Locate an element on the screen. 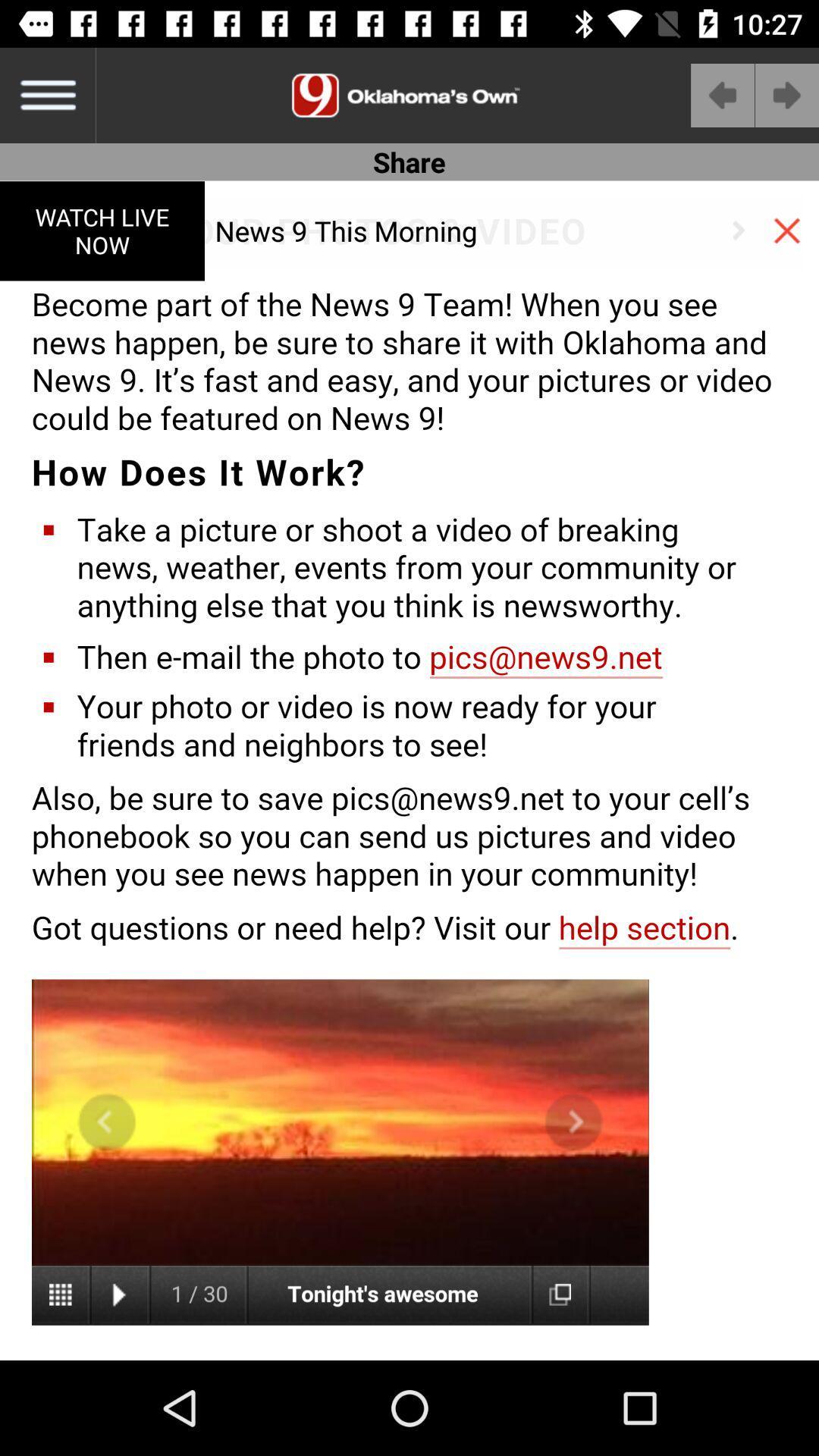 Image resolution: width=819 pixels, height=1456 pixels. the menu icon is located at coordinates (46, 94).